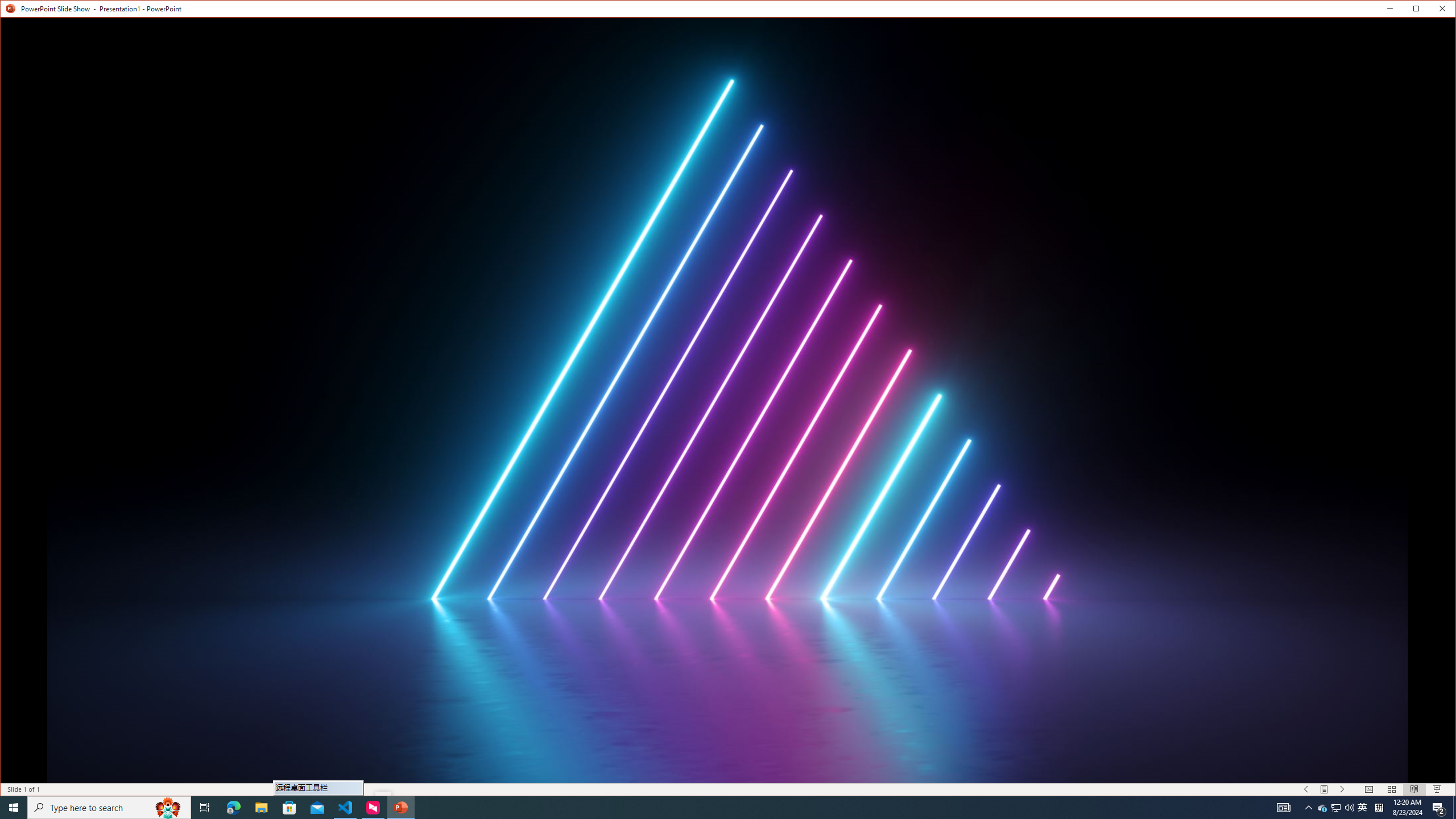  What do you see at coordinates (109, 806) in the screenshot?
I see `'Type here to search'` at bounding box center [109, 806].